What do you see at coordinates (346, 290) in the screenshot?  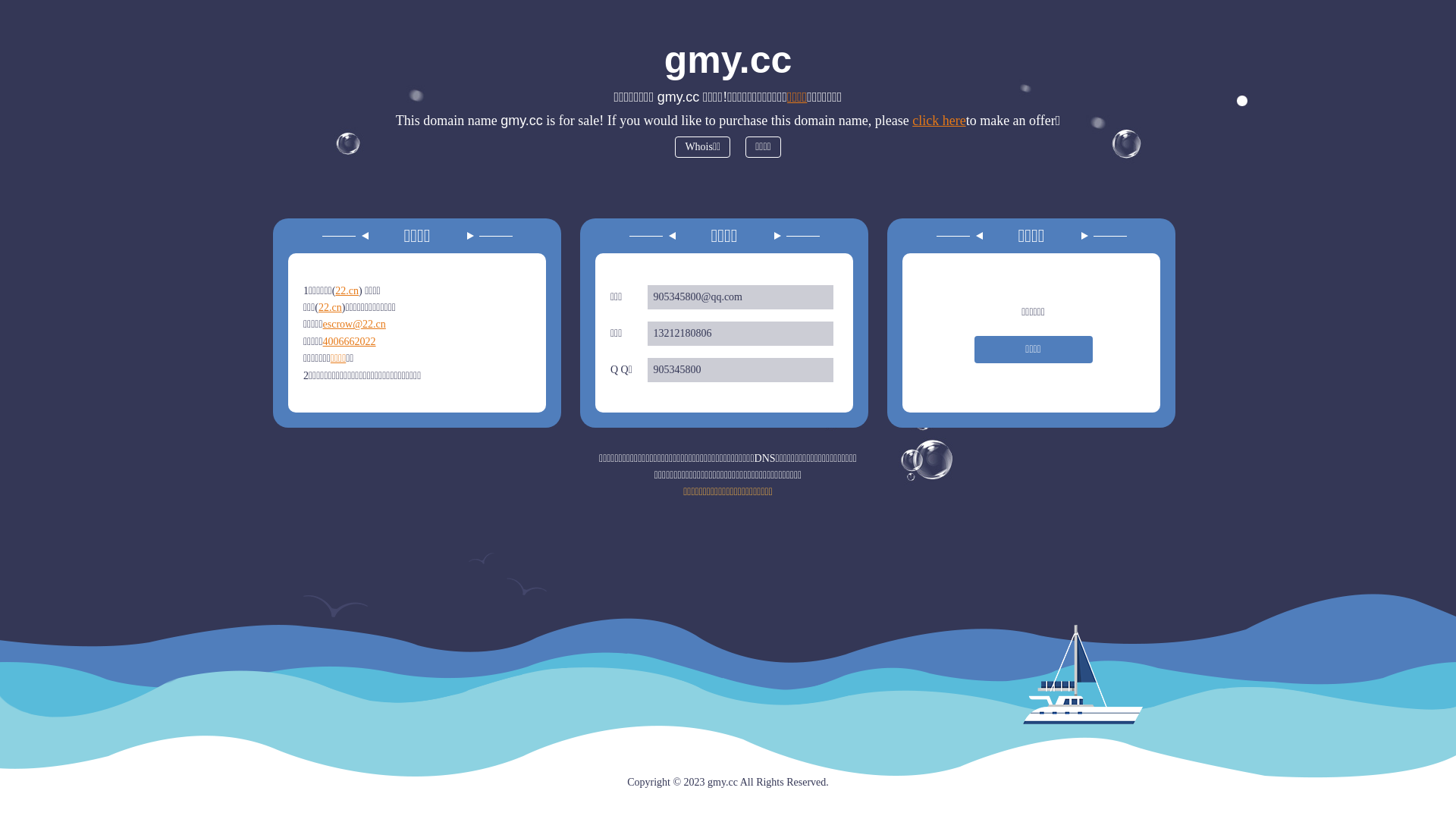 I see `'22.cn'` at bounding box center [346, 290].